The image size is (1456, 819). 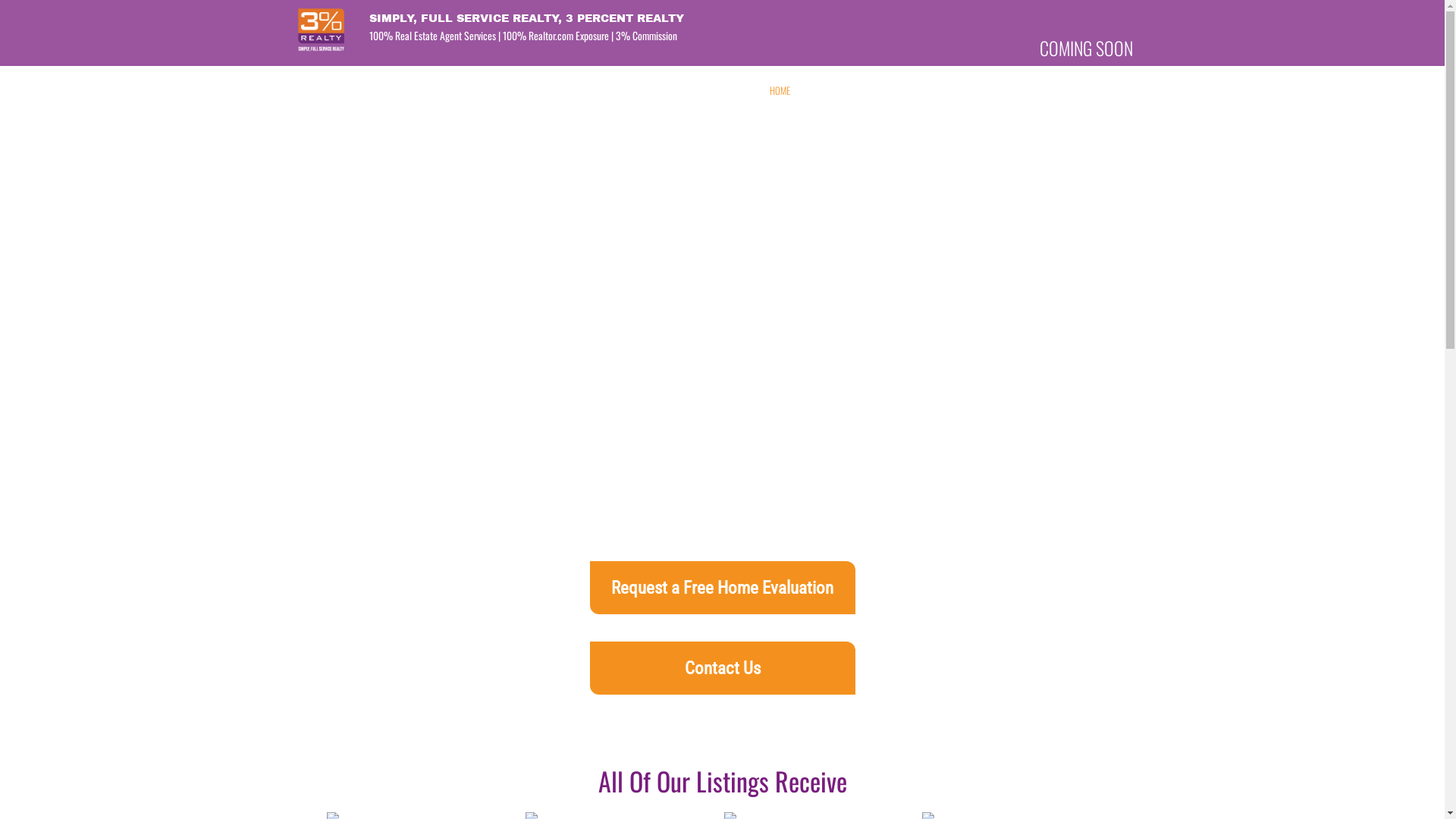 What do you see at coordinates (960, 90) in the screenshot?
I see `'LISTINGS'` at bounding box center [960, 90].